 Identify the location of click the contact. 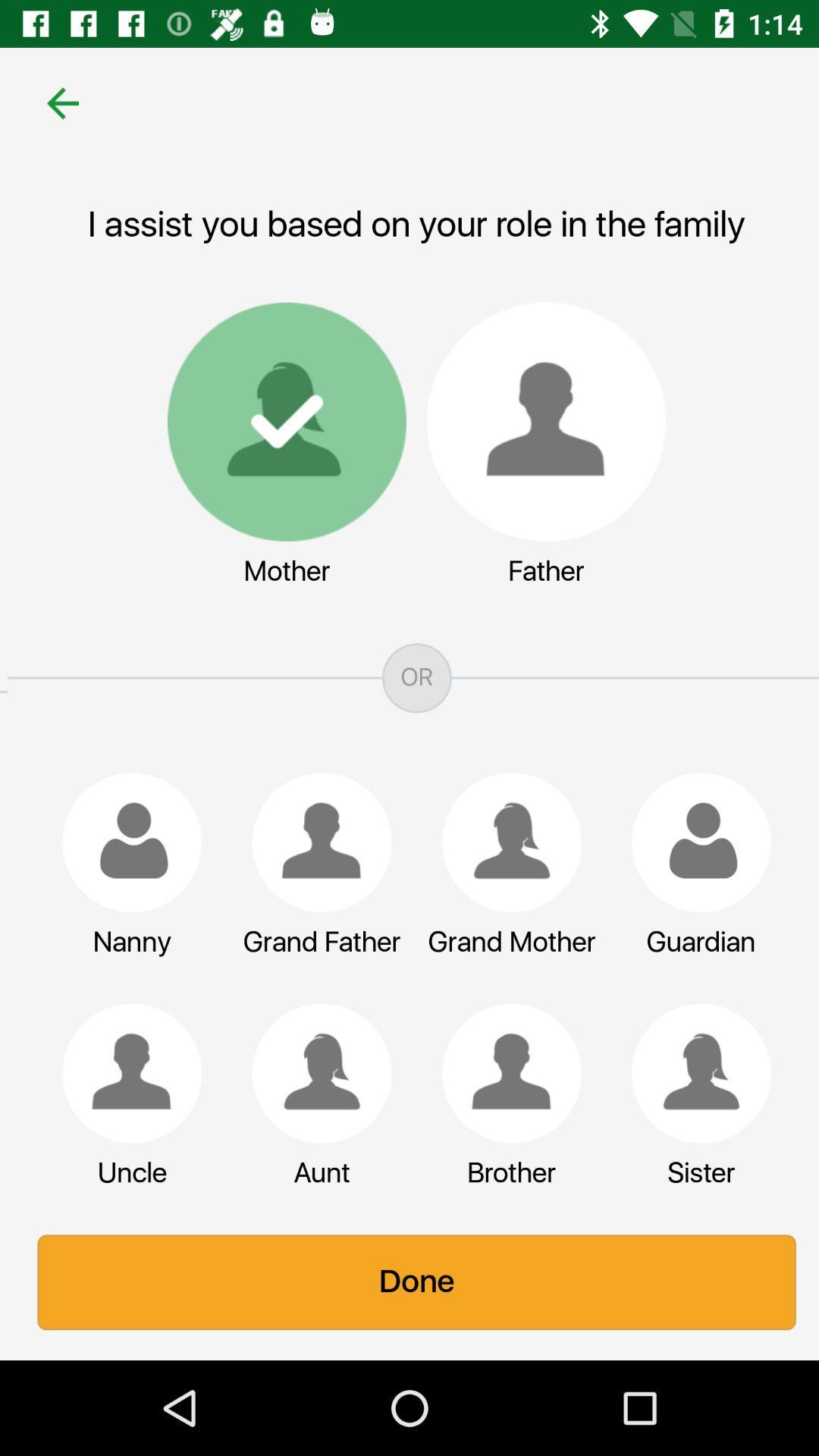
(314, 842).